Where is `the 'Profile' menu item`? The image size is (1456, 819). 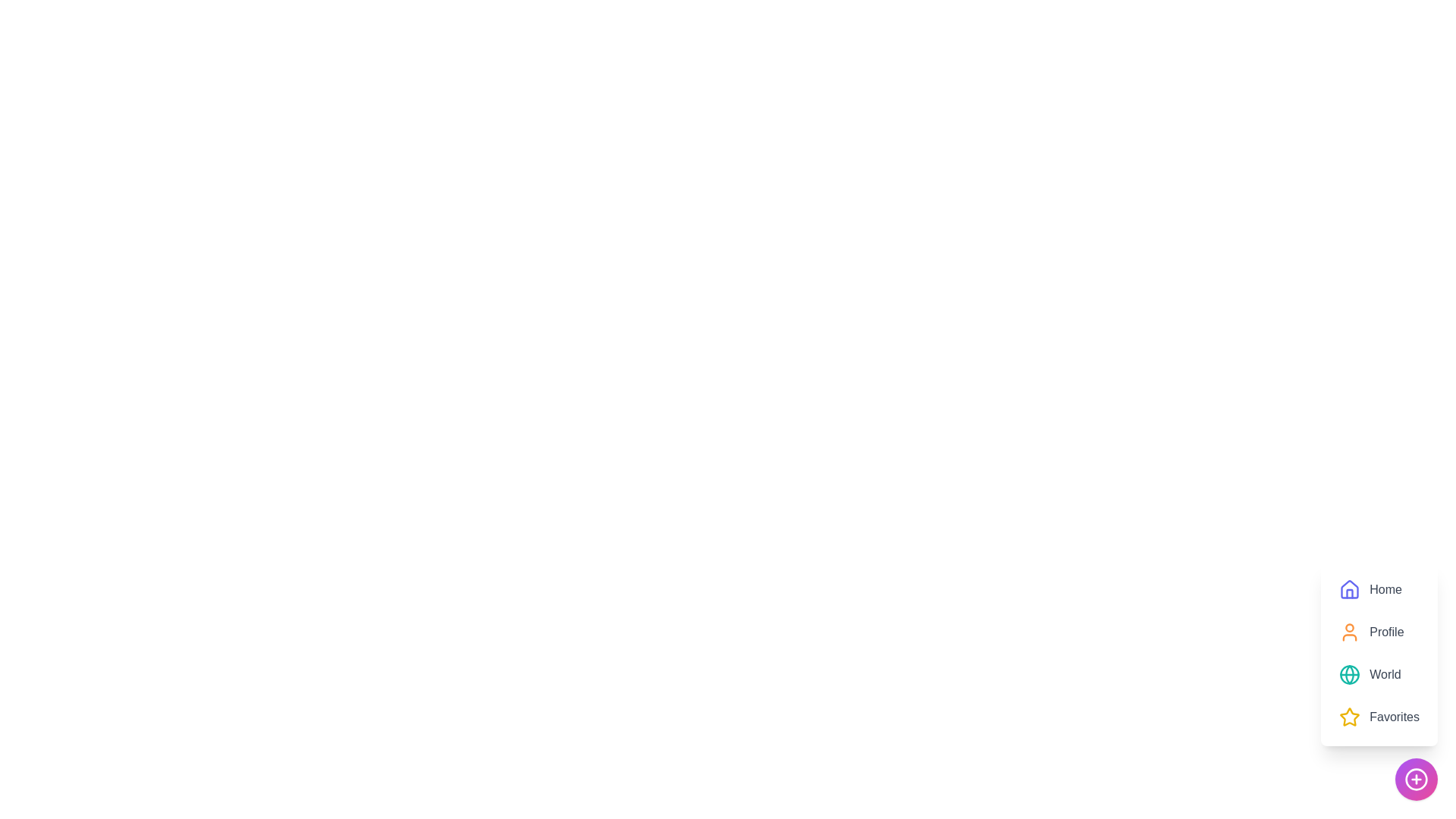
the 'Profile' menu item is located at coordinates (1371, 632).